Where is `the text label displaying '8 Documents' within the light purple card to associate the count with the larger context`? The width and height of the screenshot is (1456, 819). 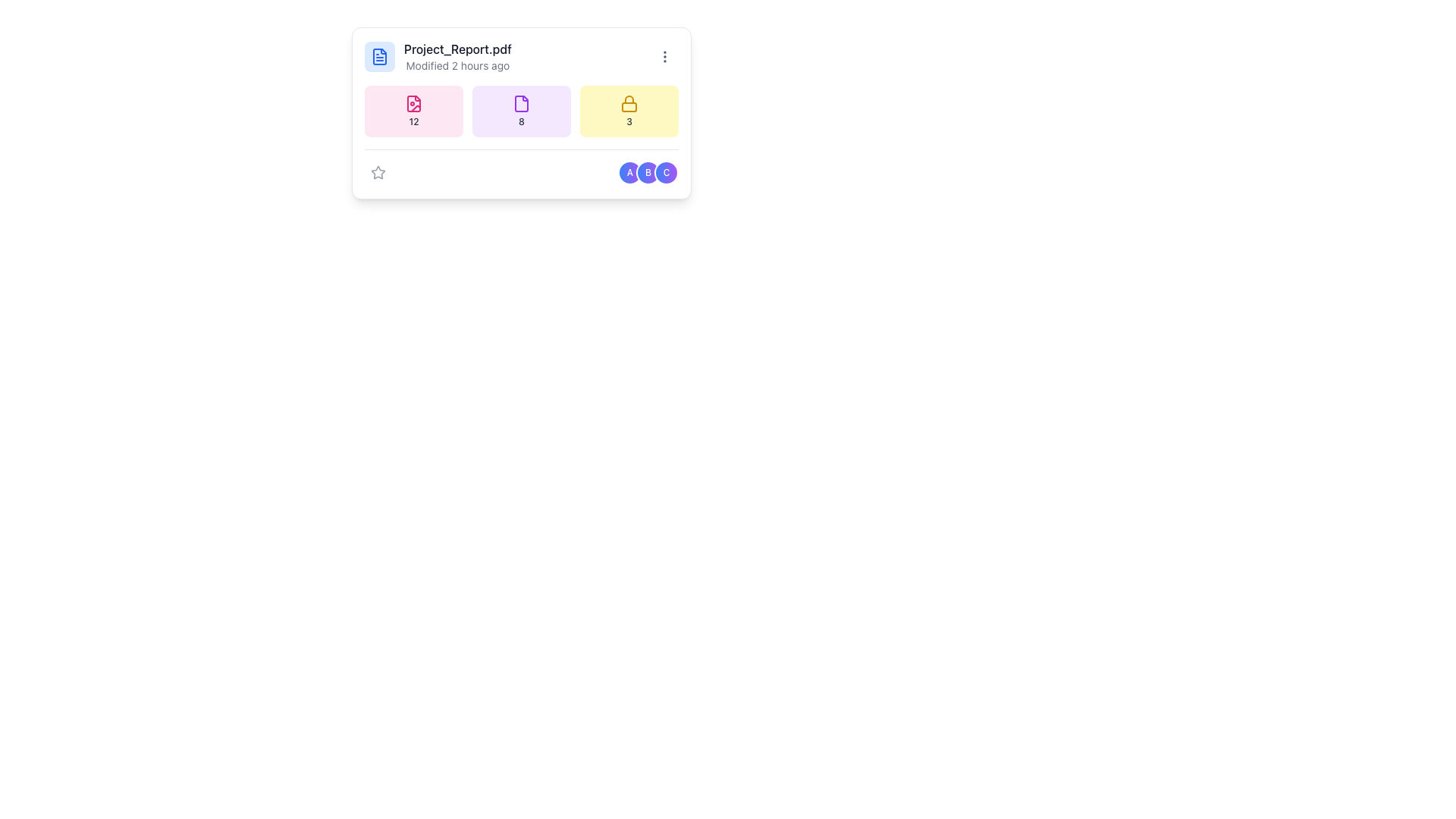 the text label displaying '8 Documents' within the light purple card to associate the count with the larger context is located at coordinates (521, 121).